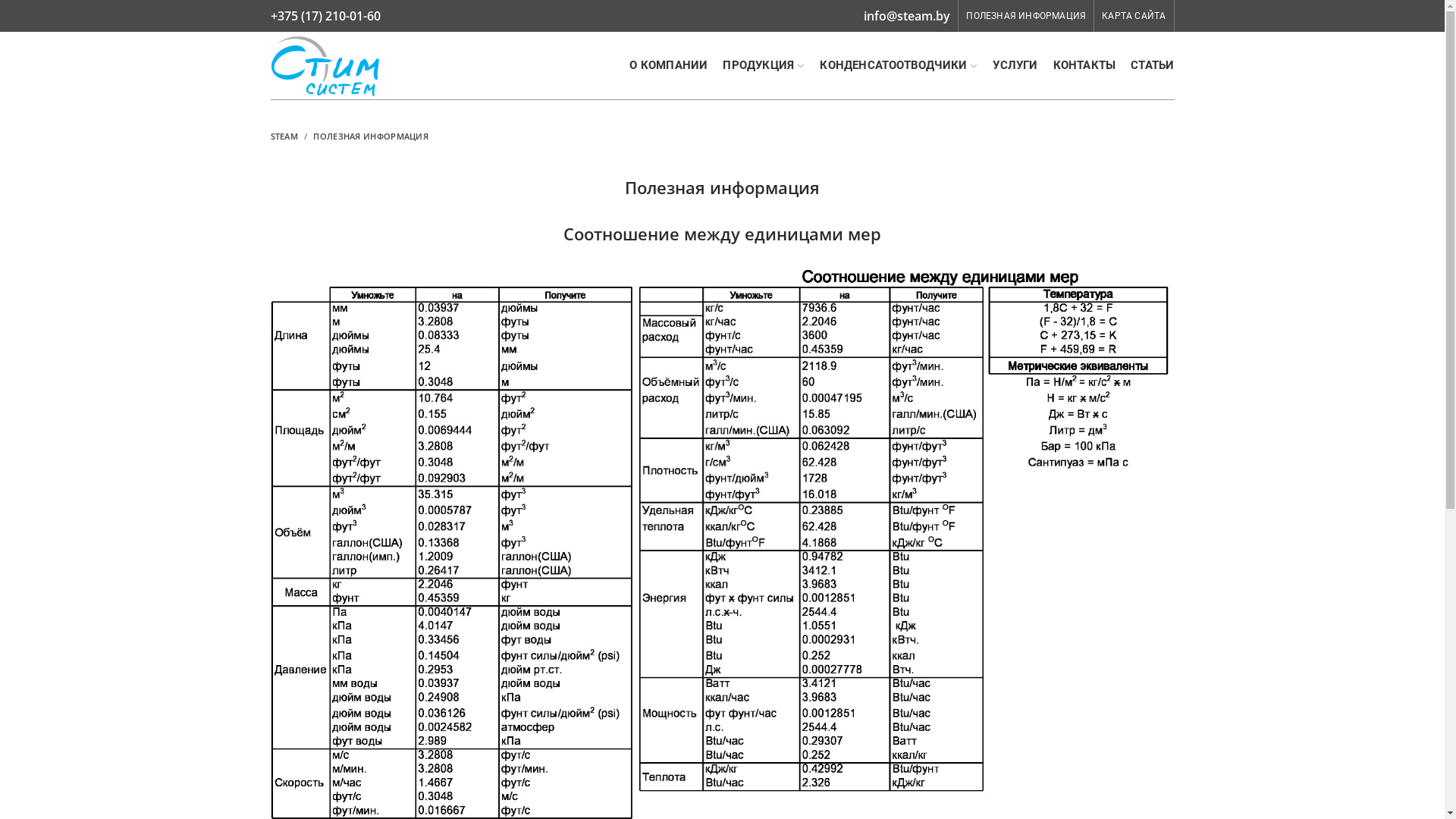  What do you see at coordinates (284, 135) in the screenshot?
I see `'STEAM'` at bounding box center [284, 135].